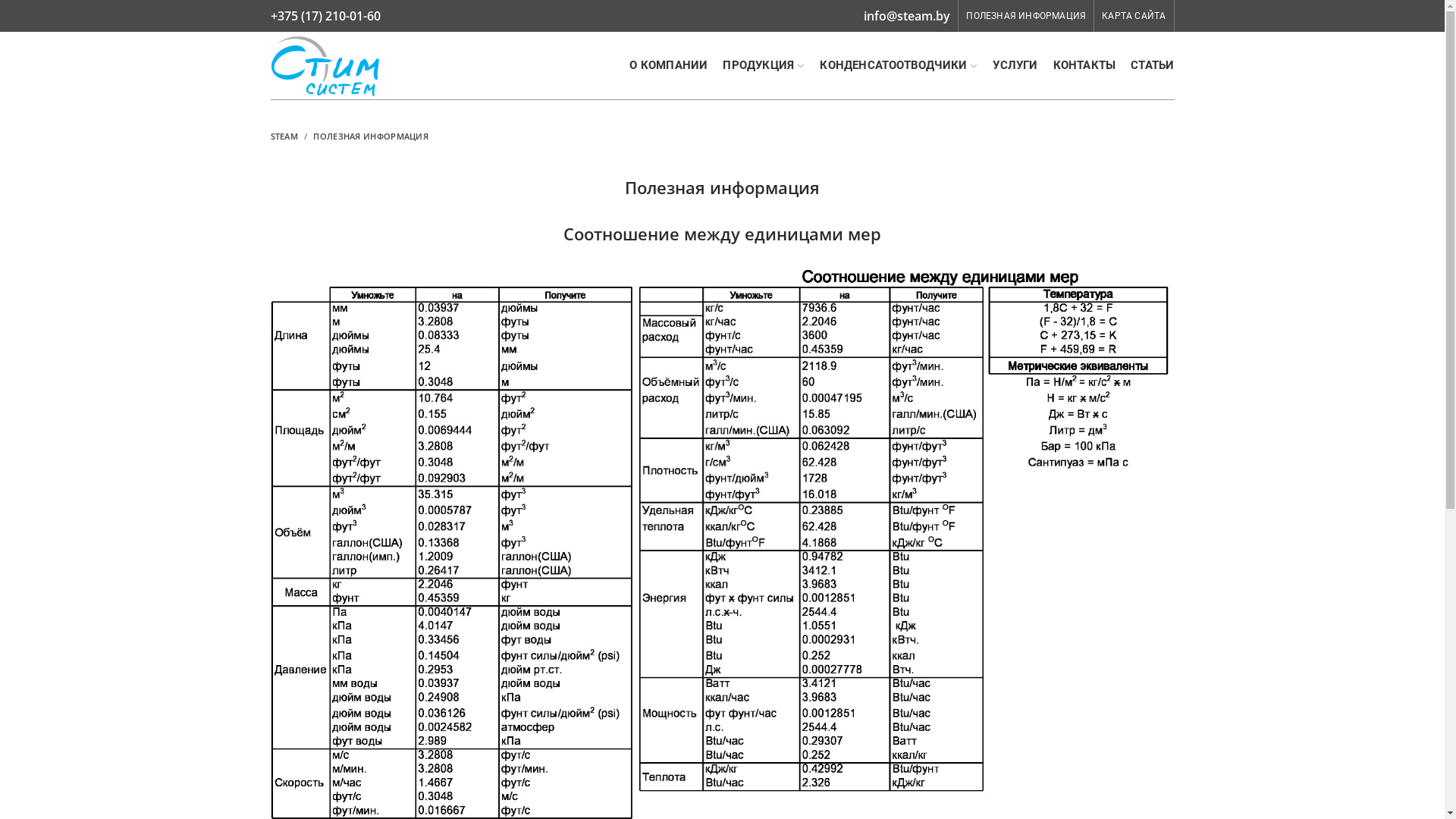  What do you see at coordinates (284, 135) in the screenshot?
I see `'STEAM'` at bounding box center [284, 135].